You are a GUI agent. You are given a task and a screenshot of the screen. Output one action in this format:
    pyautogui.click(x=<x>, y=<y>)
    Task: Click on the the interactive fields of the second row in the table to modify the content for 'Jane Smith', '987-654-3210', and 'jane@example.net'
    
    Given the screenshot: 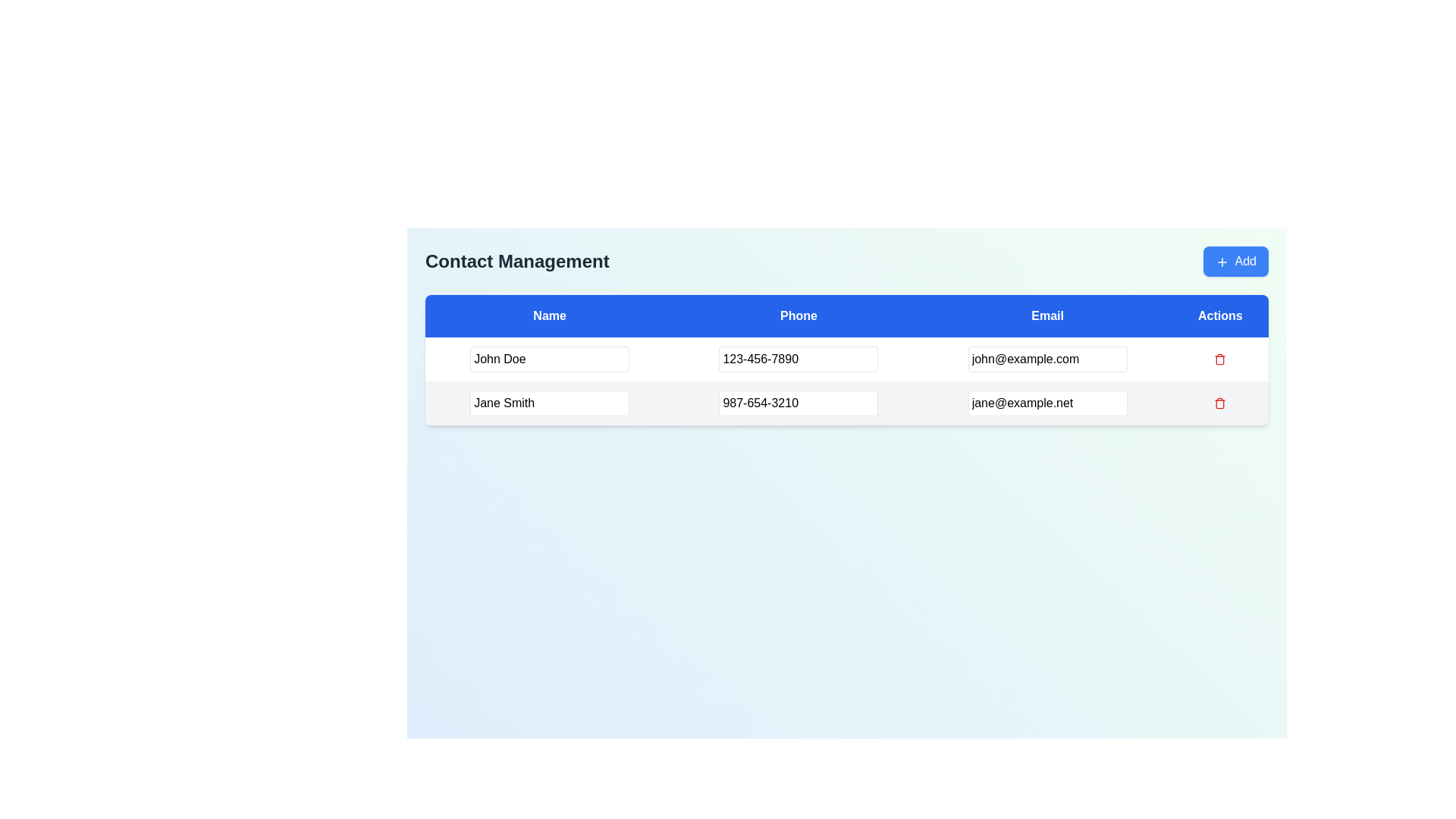 What is the action you would take?
    pyautogui.click(x=846, y=403)
    